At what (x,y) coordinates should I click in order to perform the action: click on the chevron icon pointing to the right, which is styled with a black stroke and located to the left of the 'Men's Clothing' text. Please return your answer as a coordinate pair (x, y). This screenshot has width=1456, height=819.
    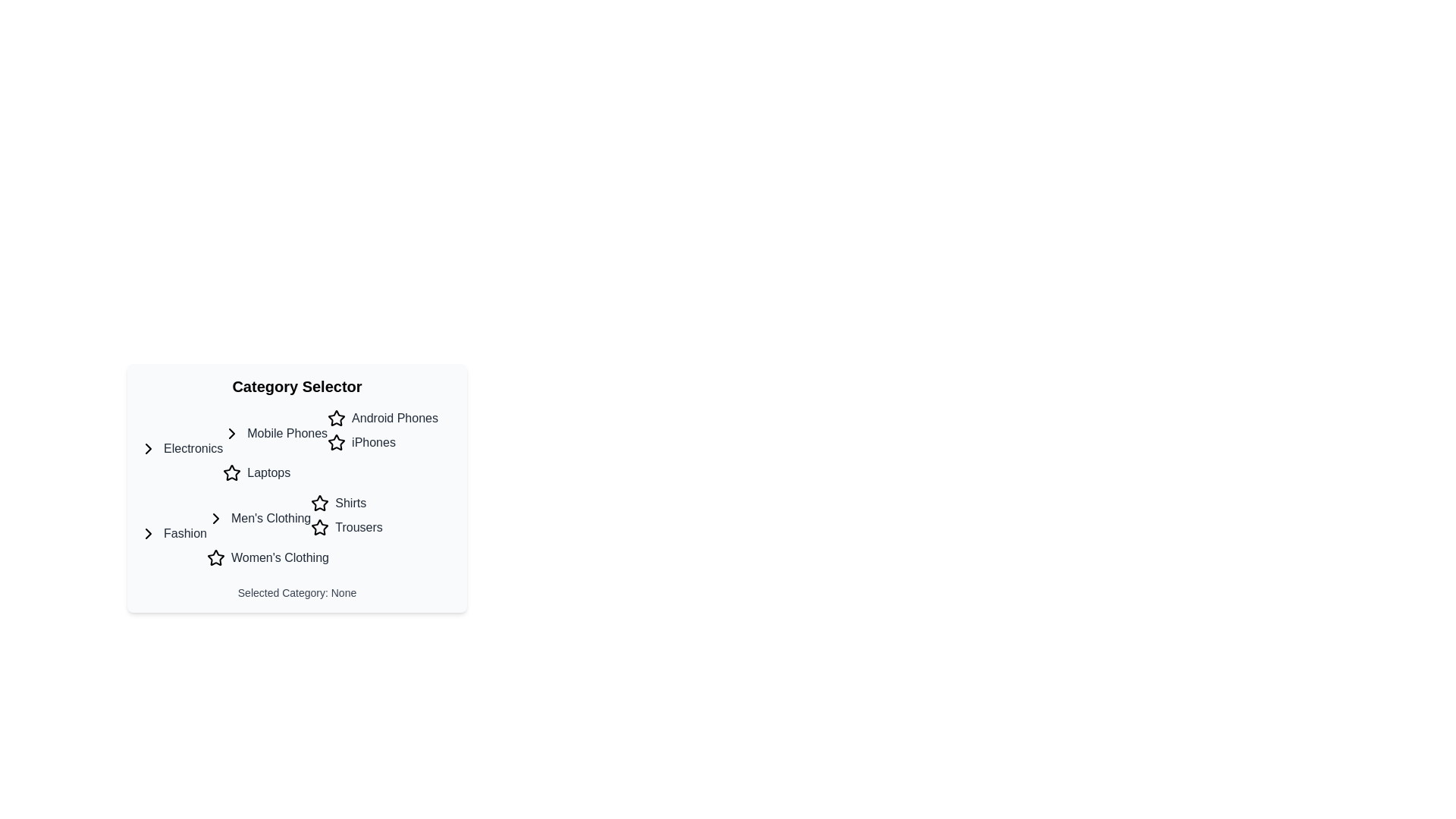
    Looking at the image, I should click on (215, 517).